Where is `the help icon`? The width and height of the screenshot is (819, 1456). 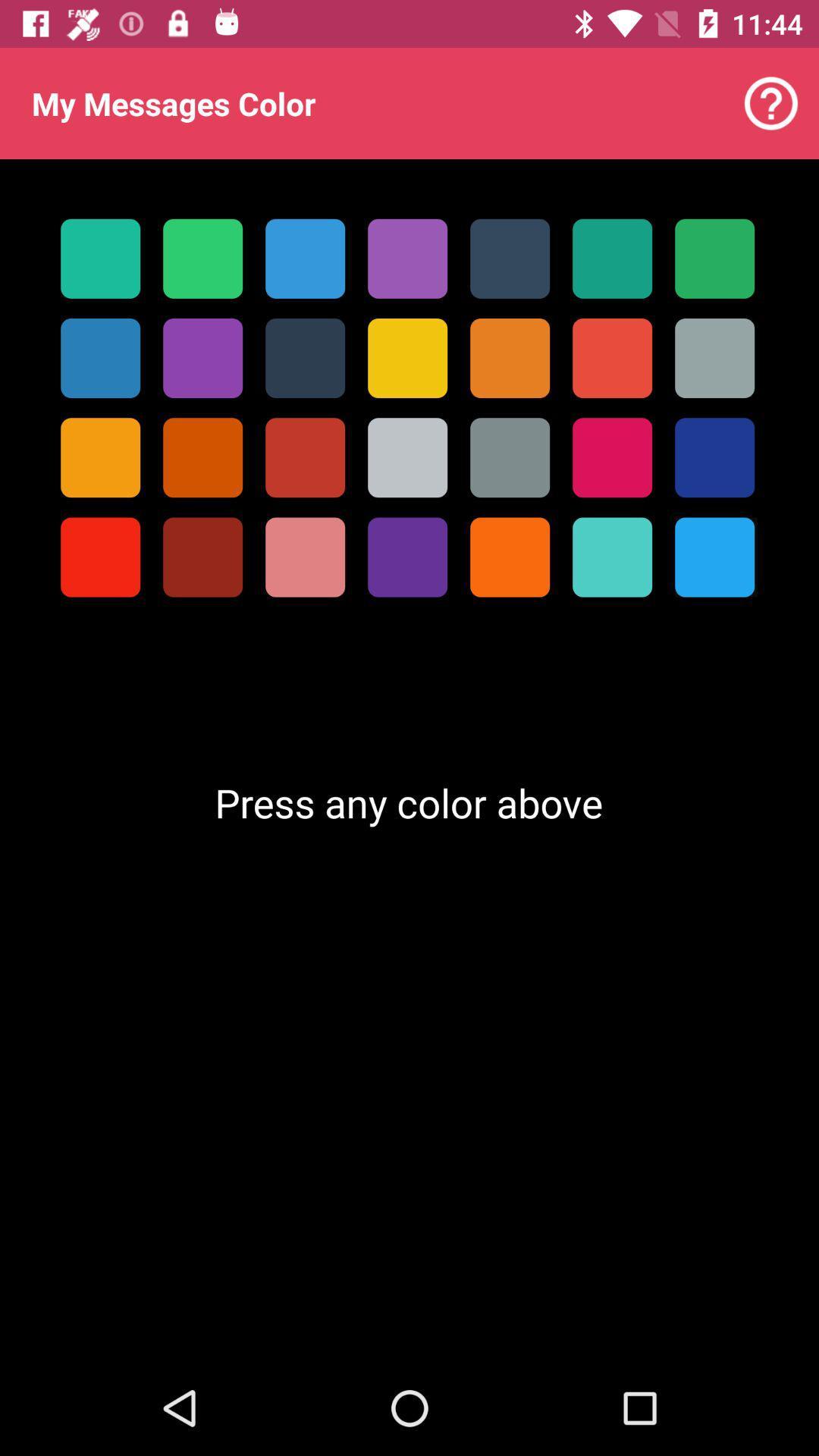 the help icon is located at coordinates (771, 103).